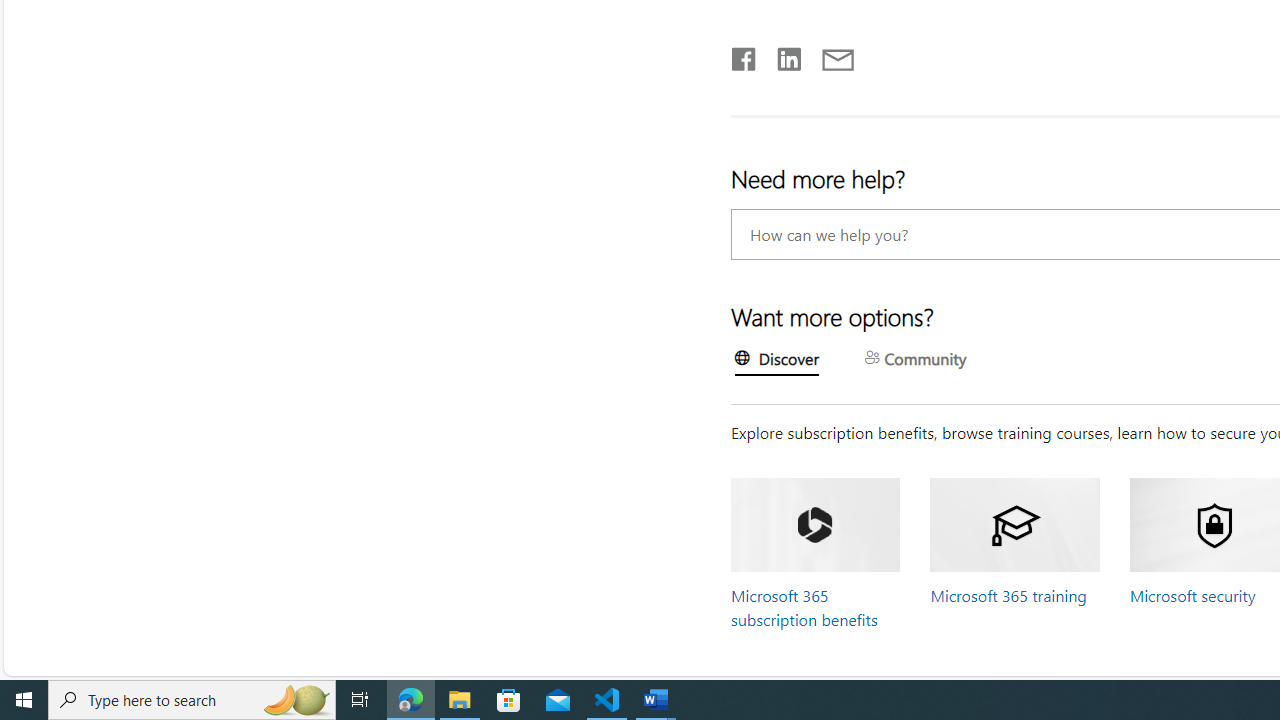 This screenshot has height=720, width=1280. Describe the element at coordinates (1192, 594) in the screenshot. I see `'Microsoft security'` at that location.